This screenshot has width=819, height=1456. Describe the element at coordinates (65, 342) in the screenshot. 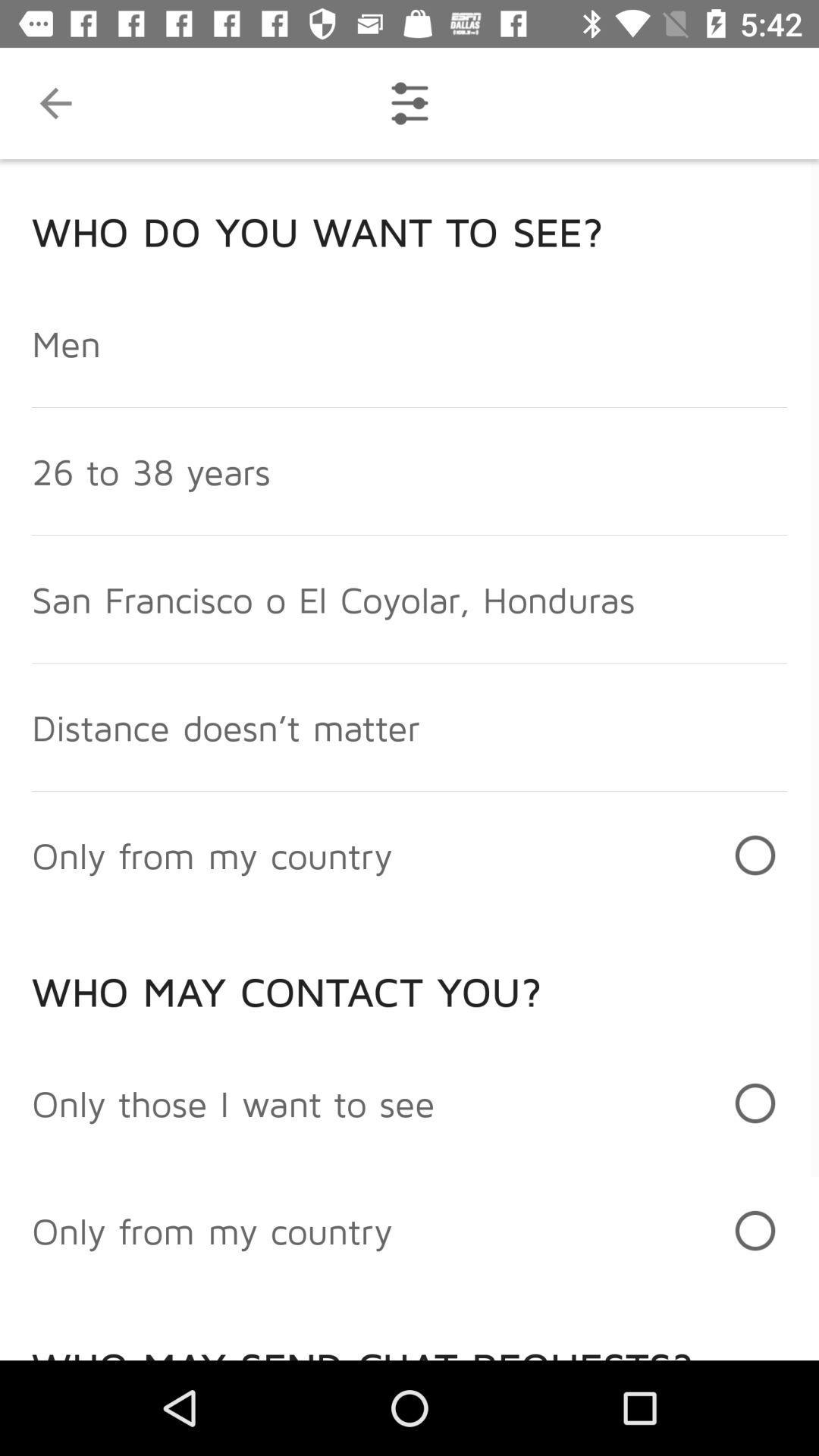

I see `the icon below who do you icon` at that location.